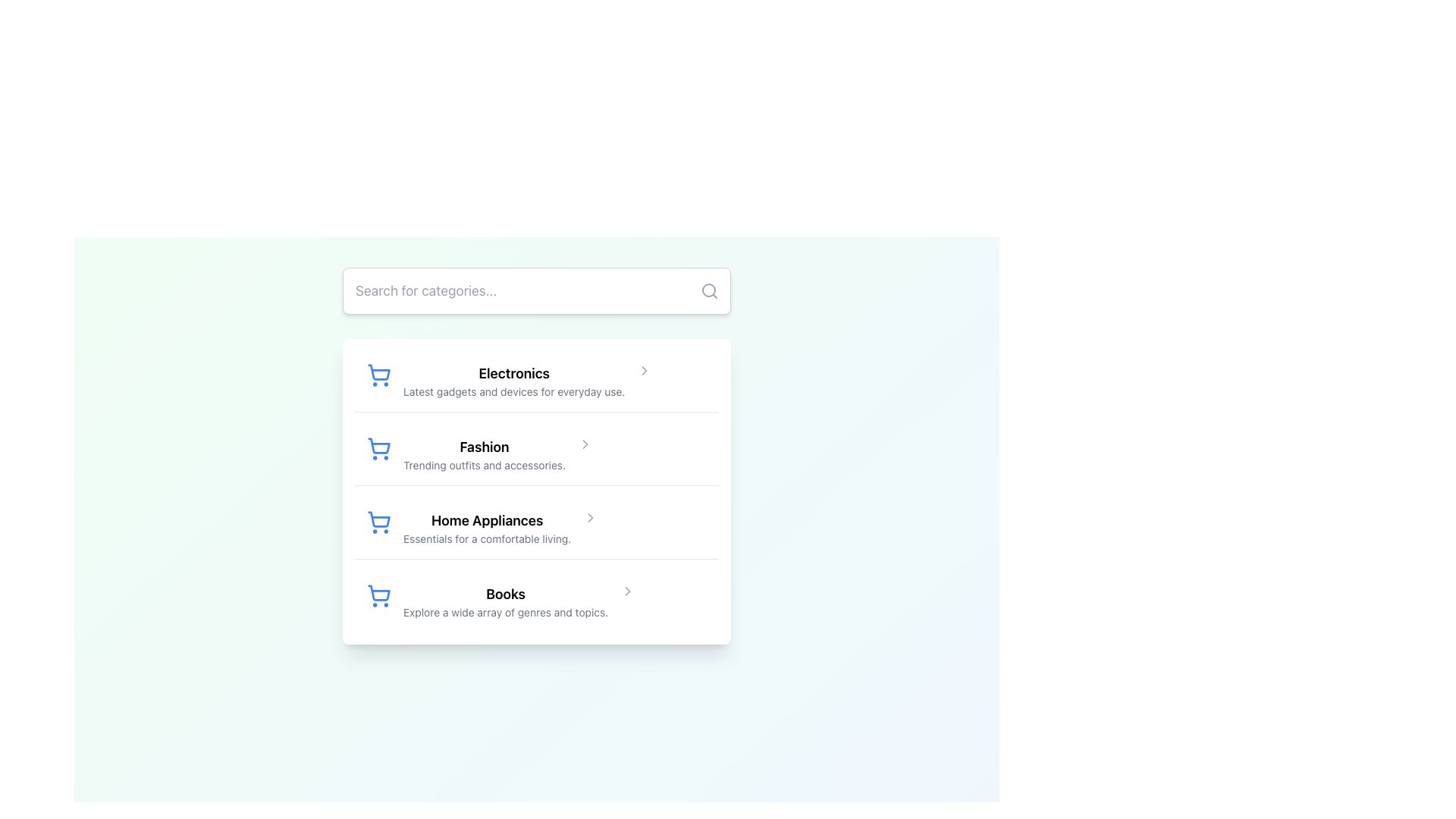  I want to click on the chevron icon located at the far right of the 'Home Appliances' section, so click(590, 516).